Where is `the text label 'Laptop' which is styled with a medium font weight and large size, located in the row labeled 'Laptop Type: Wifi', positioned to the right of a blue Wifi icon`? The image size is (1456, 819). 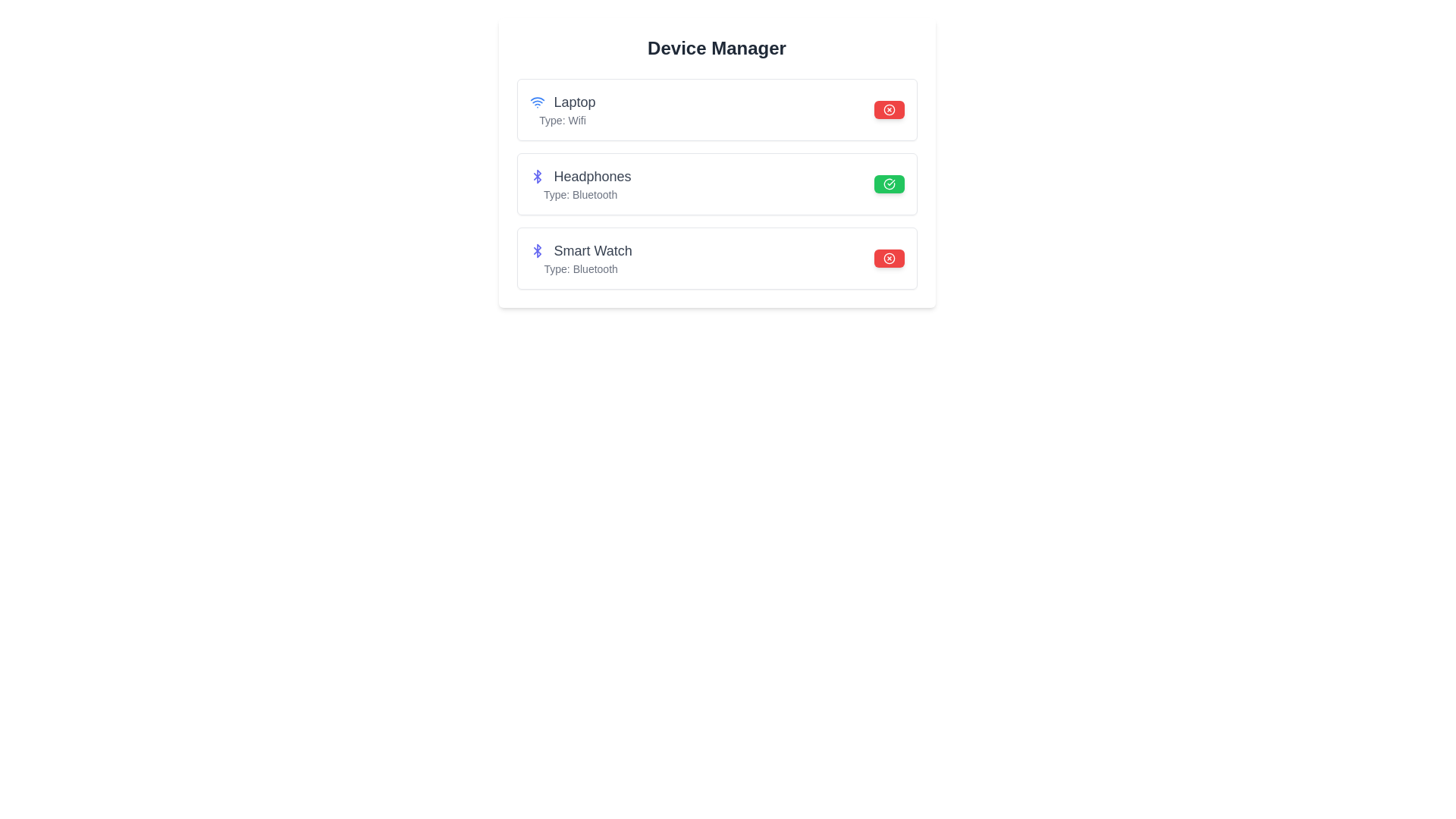 the text label 'Laptop' which is styled with a medium font weight and large size, located in the row labeled 'Laptop Type: Wifi', positioned to the right of a blue Wifi icon is located at coordinates (562, 102).